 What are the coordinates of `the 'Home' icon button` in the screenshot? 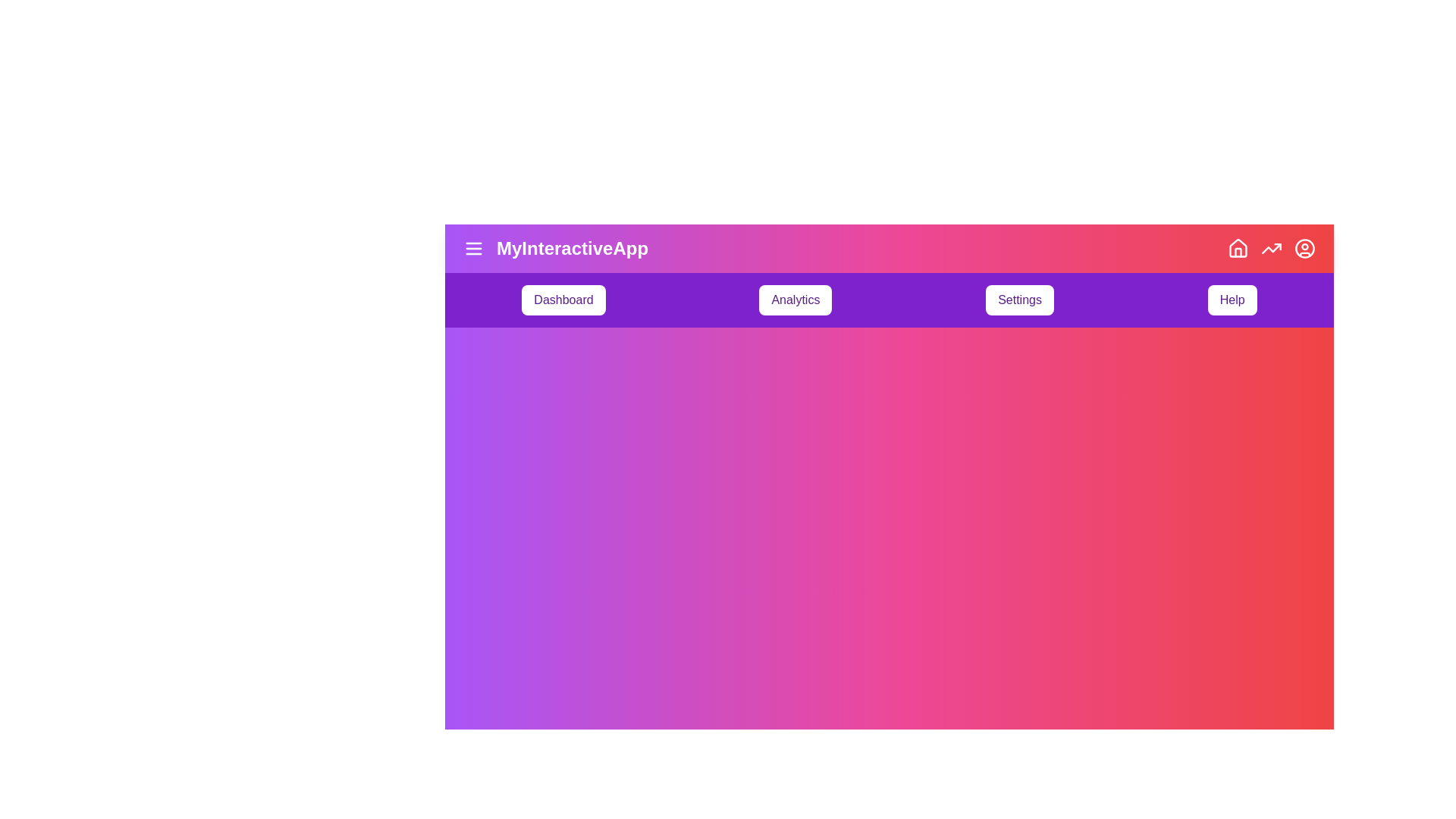 It's located at (1238, 247).